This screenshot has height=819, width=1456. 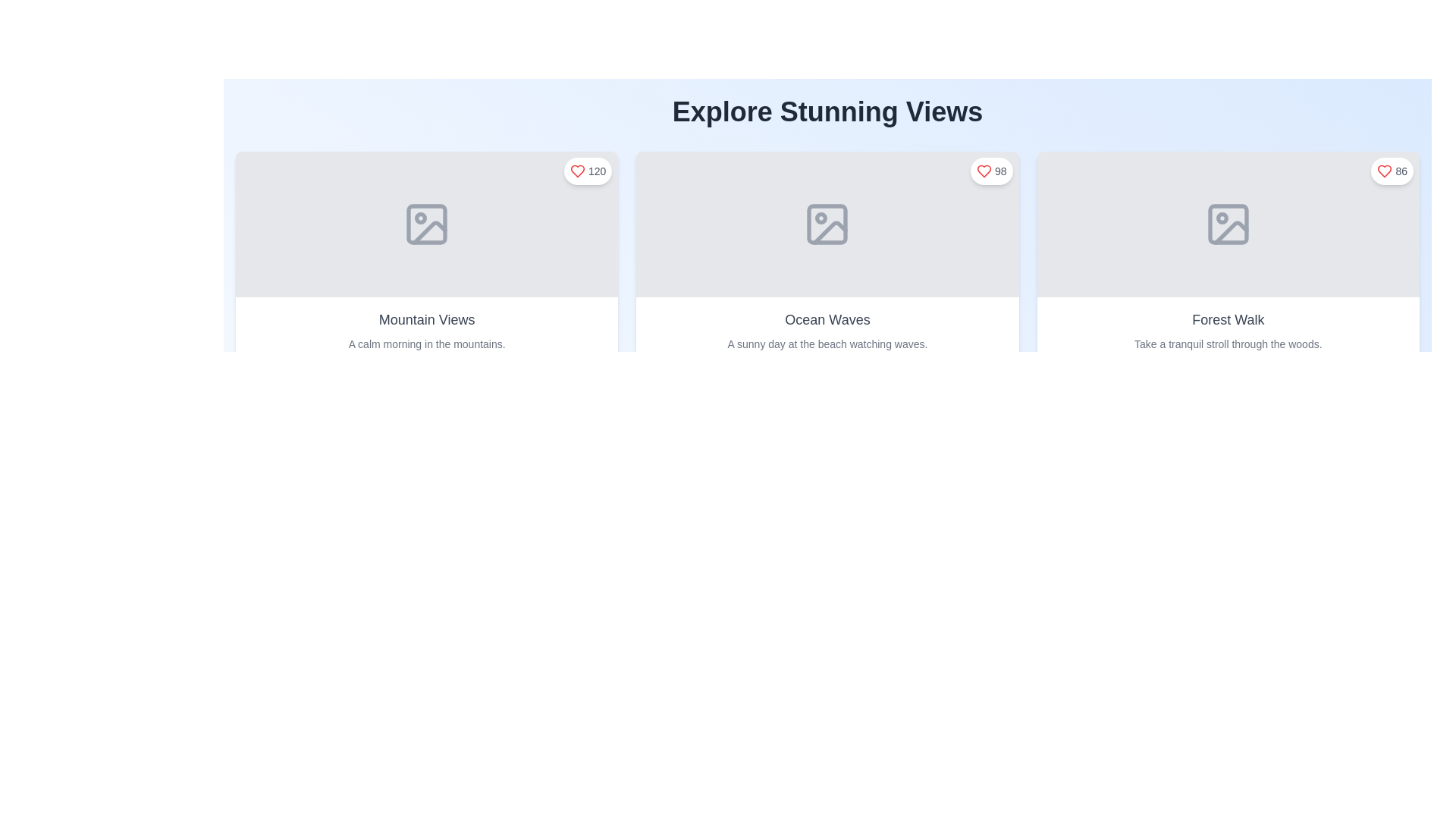 I want to click on the static text label displaying 'A calm morning in the mountains.' located below the title 'Mountain Views.', so click(x=426, y=344).